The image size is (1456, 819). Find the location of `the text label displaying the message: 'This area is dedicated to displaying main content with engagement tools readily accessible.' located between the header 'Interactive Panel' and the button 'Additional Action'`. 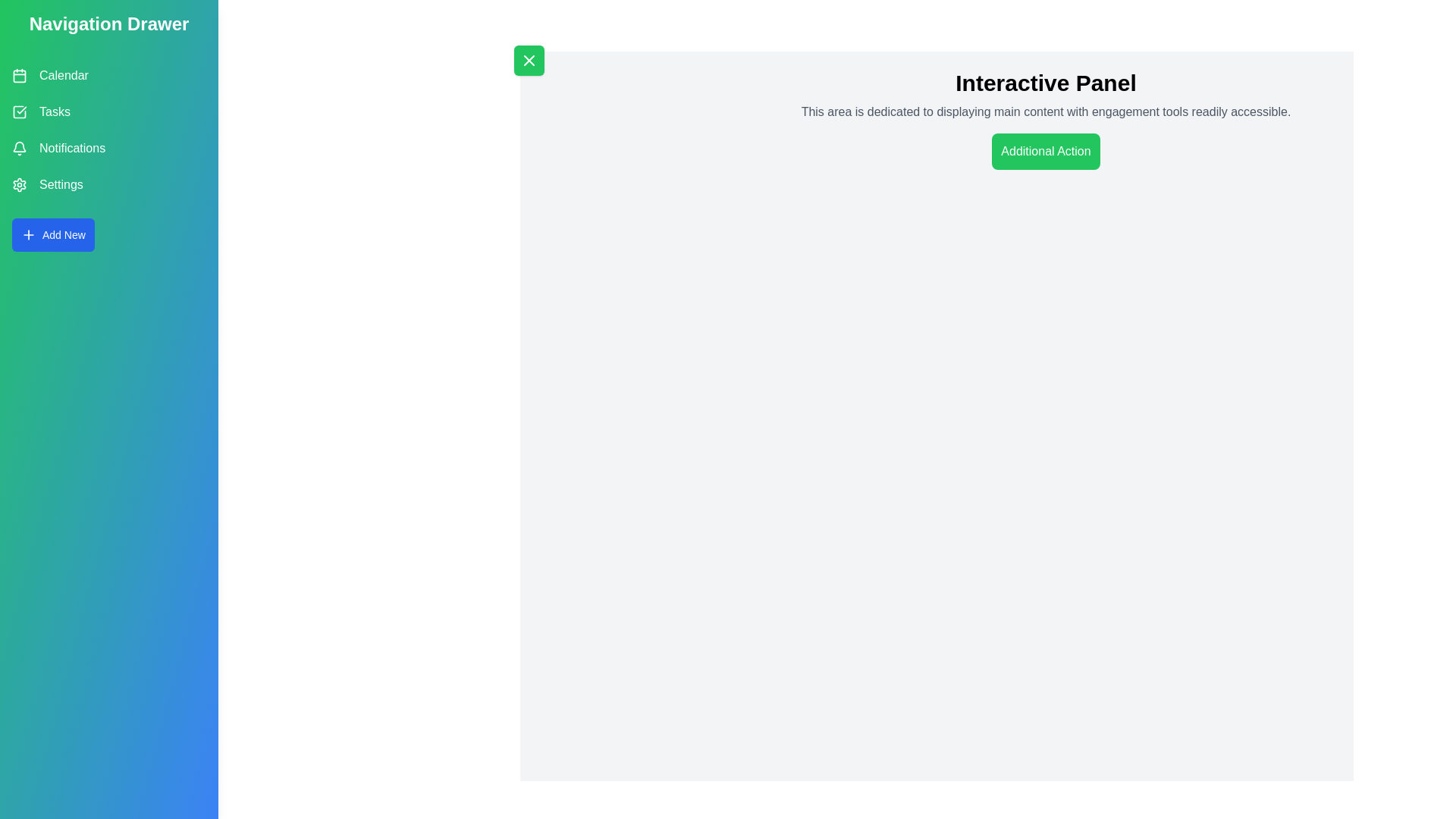

the text label displaying the message: 'This area is dedicated to displaying main content with engagement tools readily accessible.' located between the header 'Interactive Panel' and the button 'Additional Action' is located at coordinates (1045, 111).